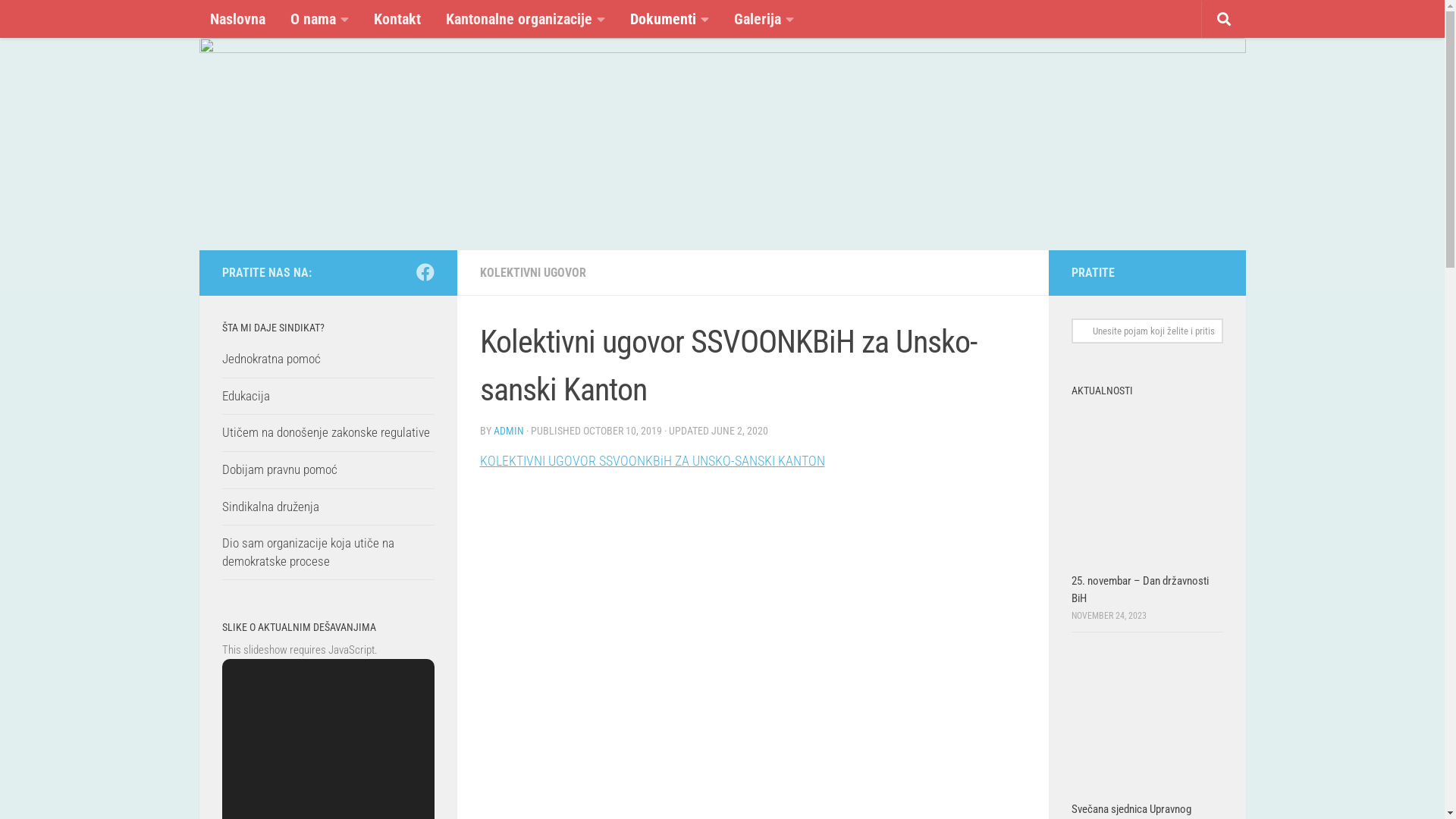 This screenshot has width=1456, height=819. What do you see at coordinates (651, 460) in the screenshot?
I see `'KOLEKTIVNI UGOVOR SSVOONKBiH ZA UNSKO-SANSKI KANTON'` at bounding box center [651, 460].